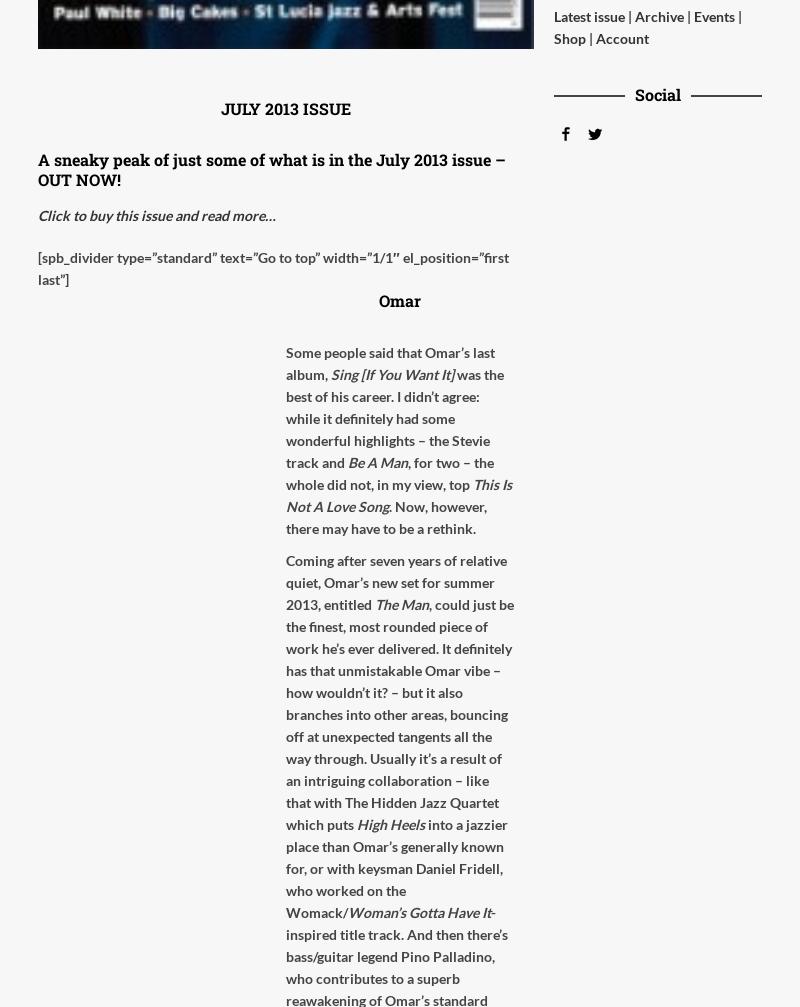 This screenshot has height=1007, width=800. I want to click on 'Be A Man', so click(377, 462).